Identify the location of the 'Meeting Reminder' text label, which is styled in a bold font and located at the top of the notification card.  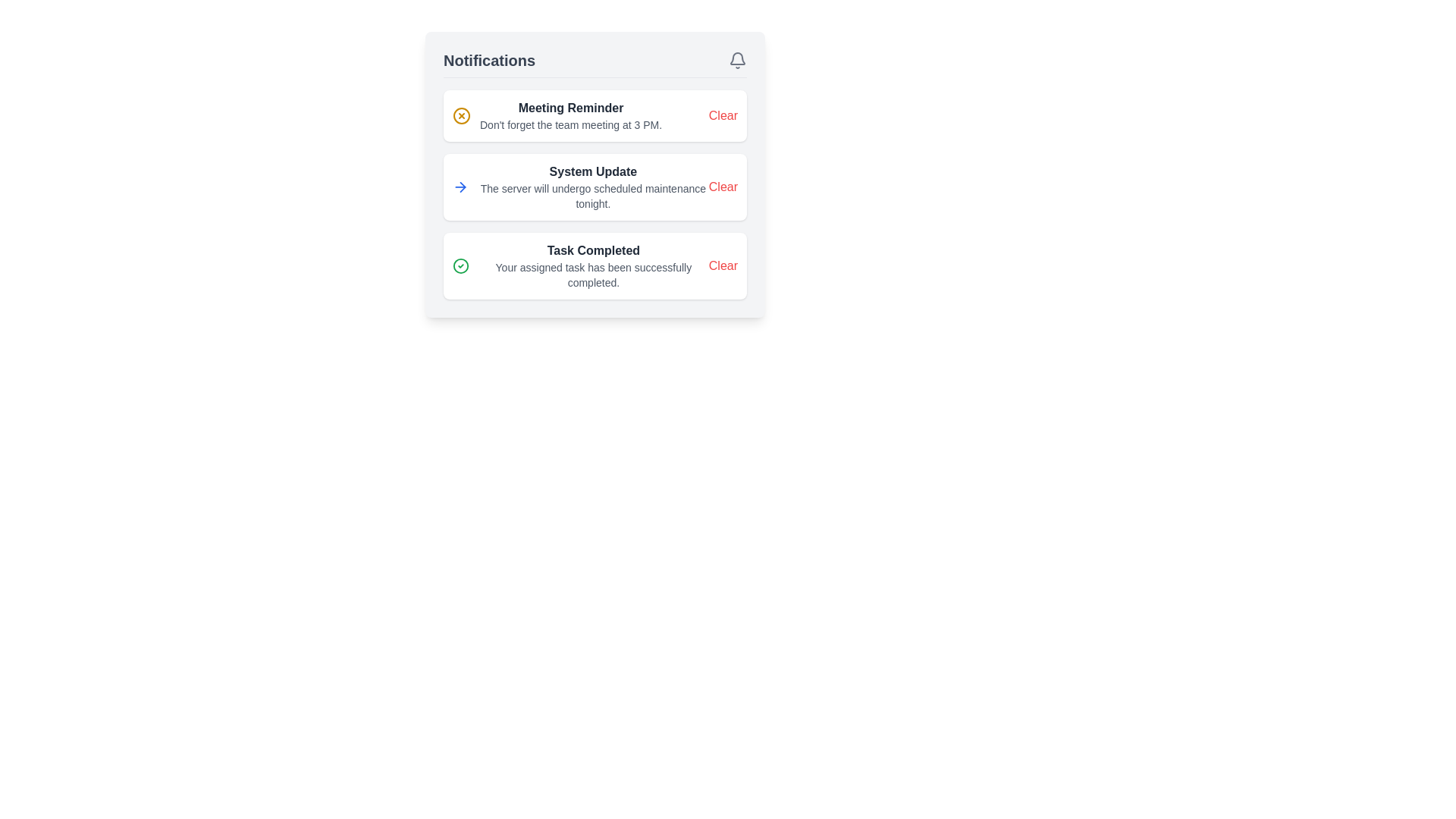
(570, 107).